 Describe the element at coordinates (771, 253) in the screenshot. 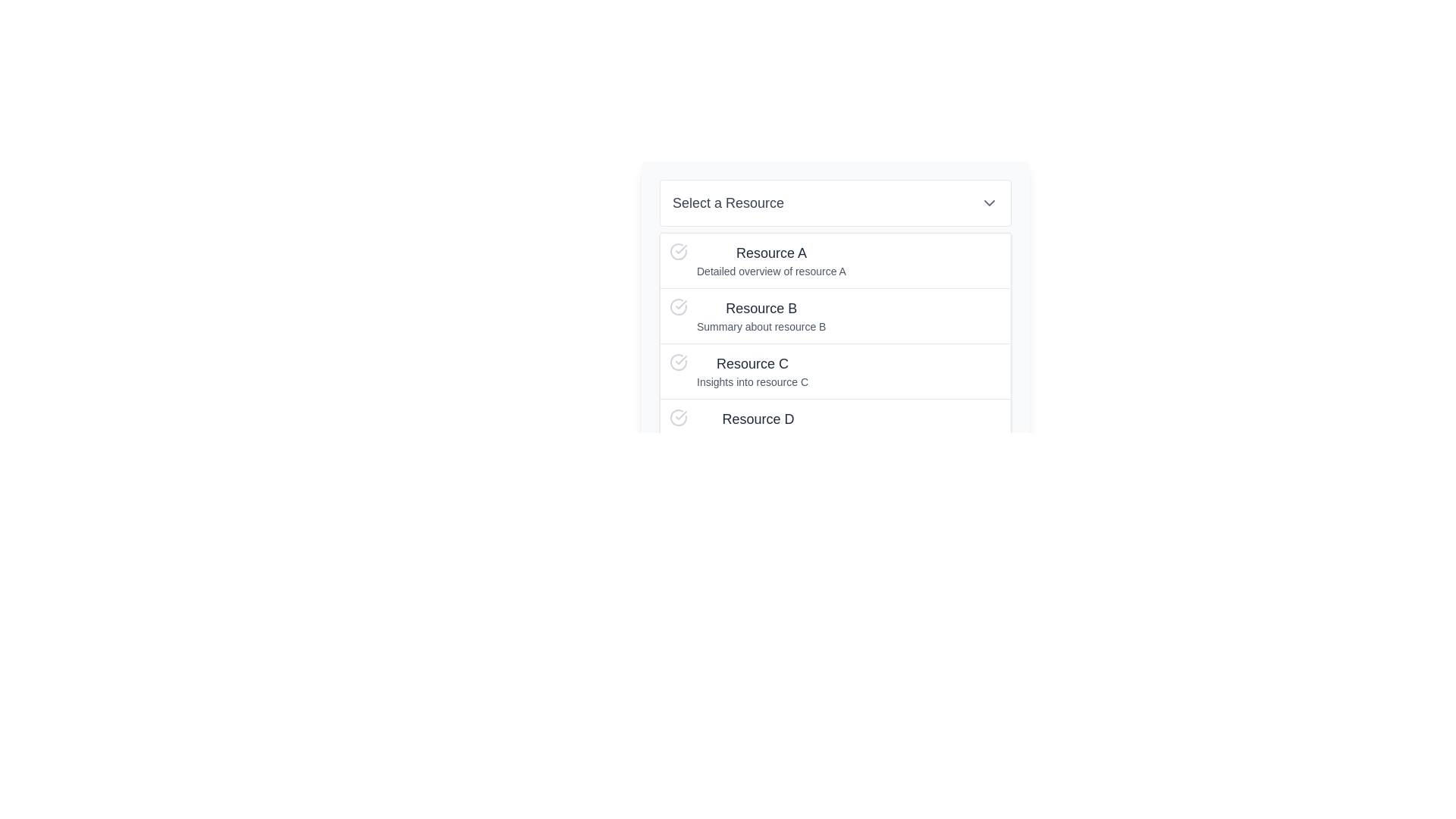

I see `the text label 'Resource A' which is prominently styled in a larger font size and aligned to the left within a list box` at that location.